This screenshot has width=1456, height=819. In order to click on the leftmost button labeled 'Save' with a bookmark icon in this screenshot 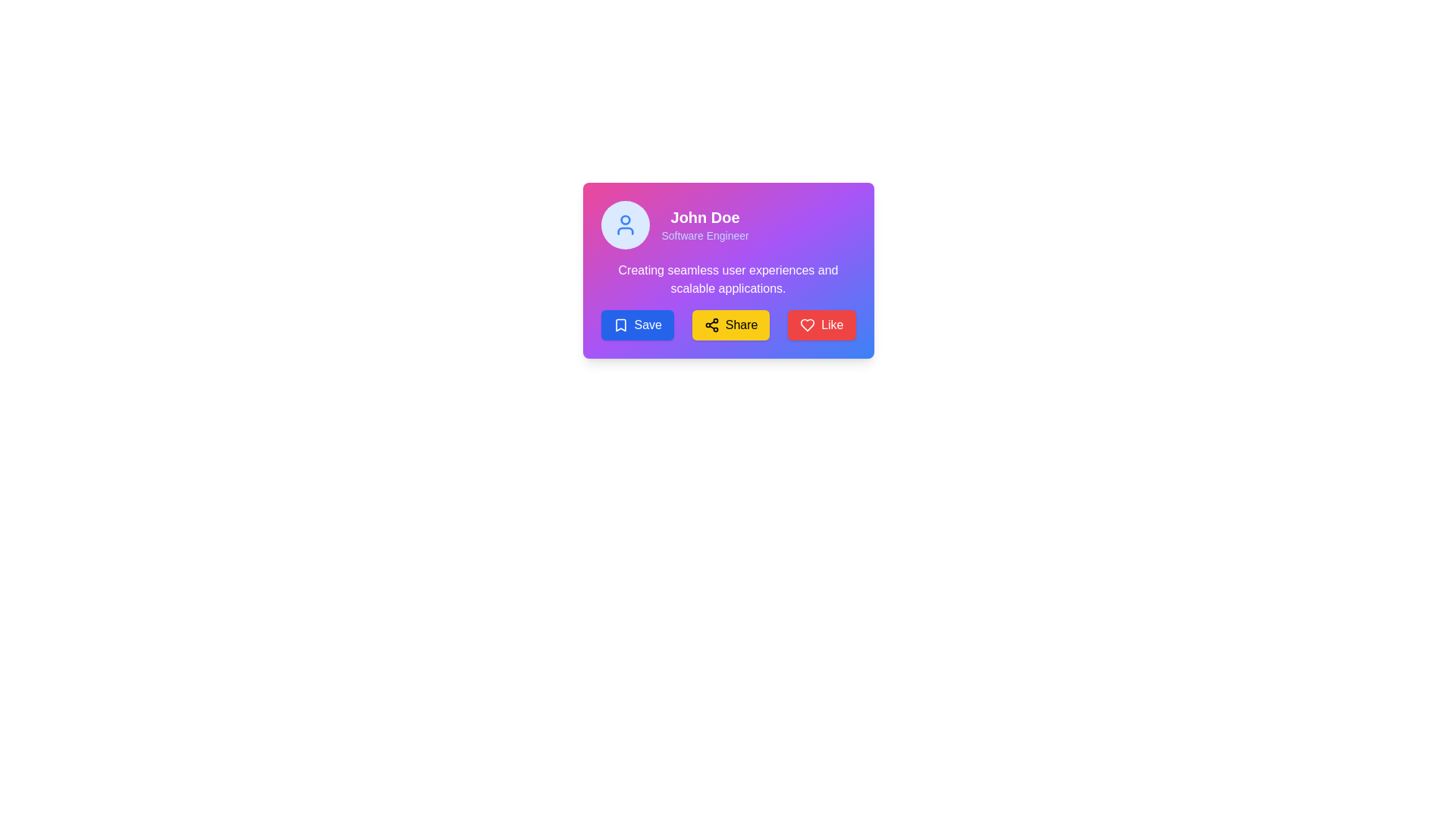, I will do `click(637, 324)`.